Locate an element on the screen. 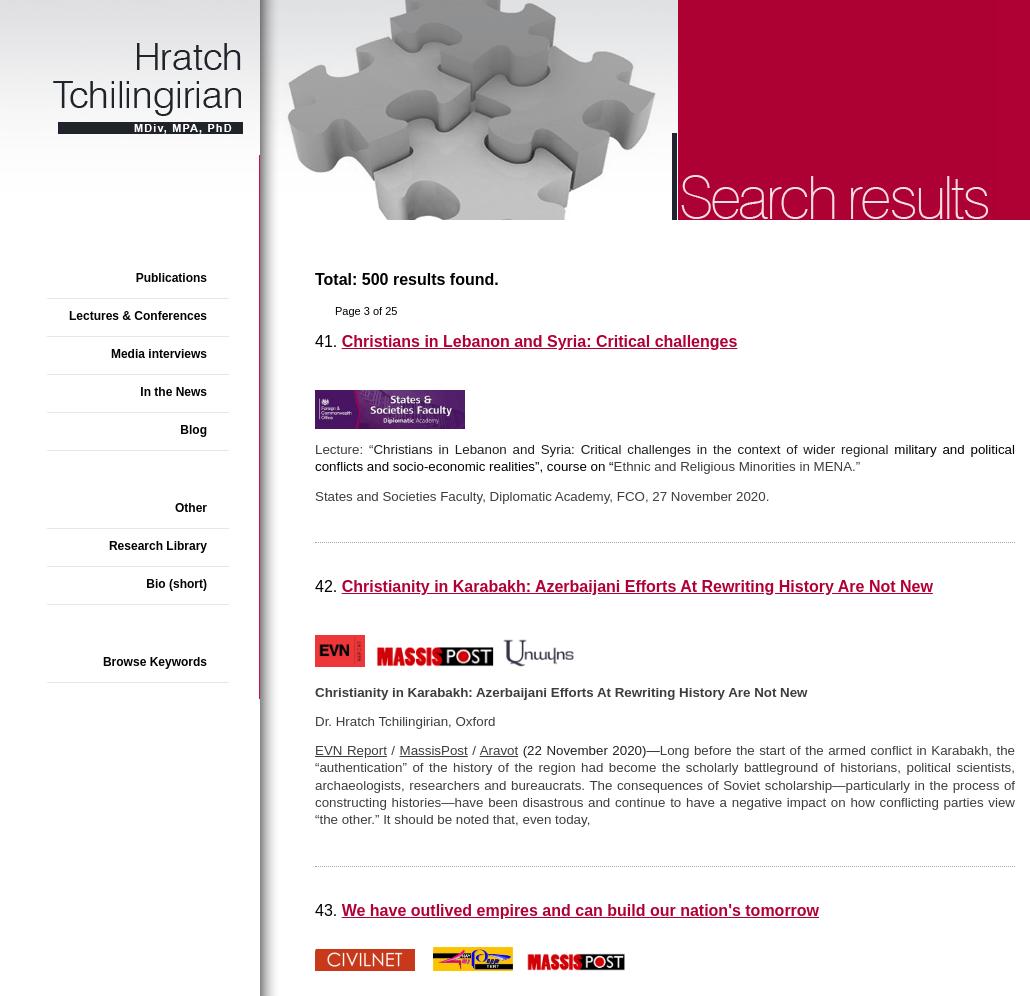 Image resolution: width=1030 pixels, height=996 pixels. 'States and Societies Faculty, Diplomatic Academy, FCO,' is located at coordinates (482, 494).